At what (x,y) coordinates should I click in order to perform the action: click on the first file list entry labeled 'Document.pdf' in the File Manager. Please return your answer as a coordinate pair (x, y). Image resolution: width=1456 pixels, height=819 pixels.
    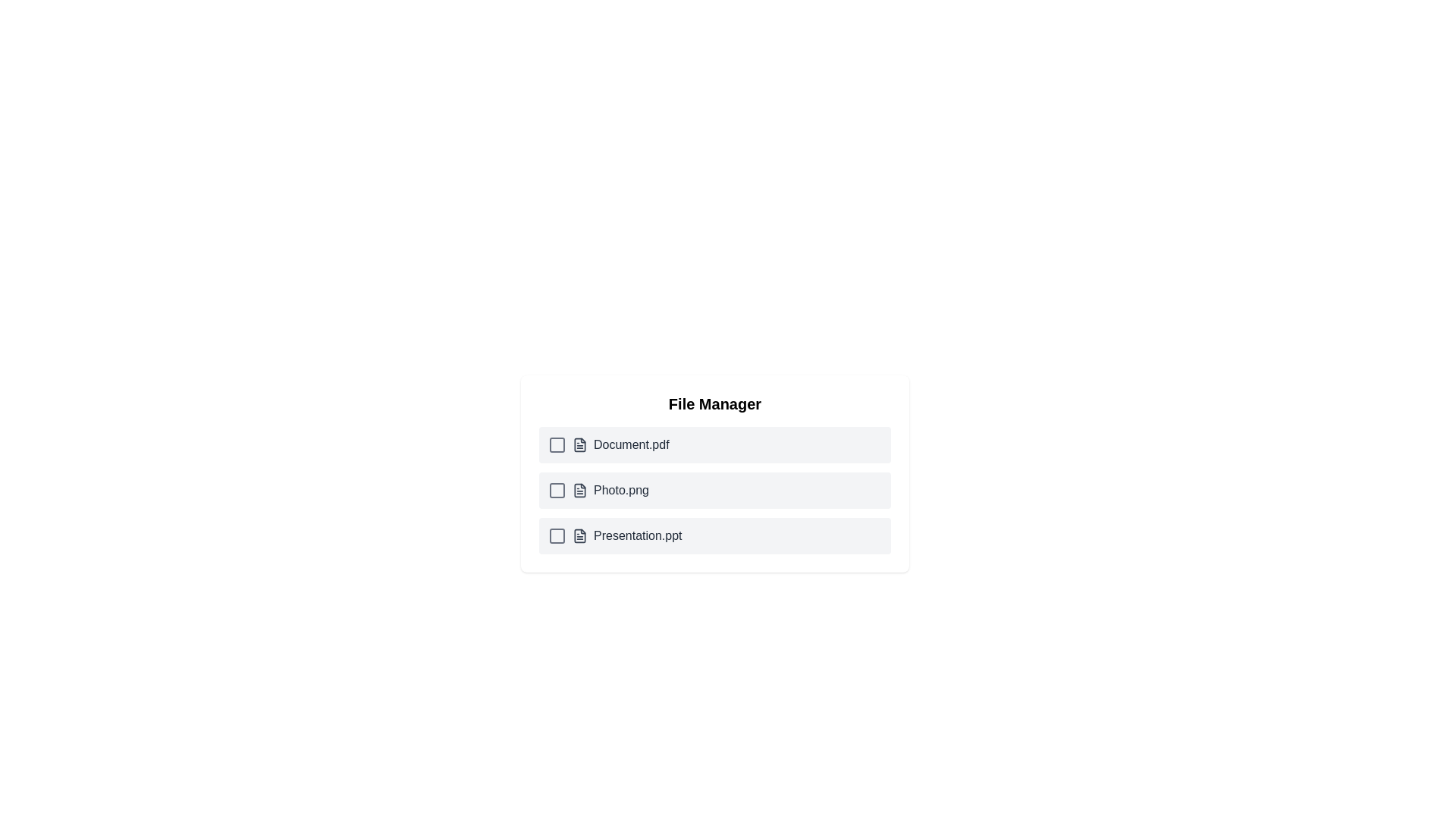
    Looking at the image, I should click on (608, 444).